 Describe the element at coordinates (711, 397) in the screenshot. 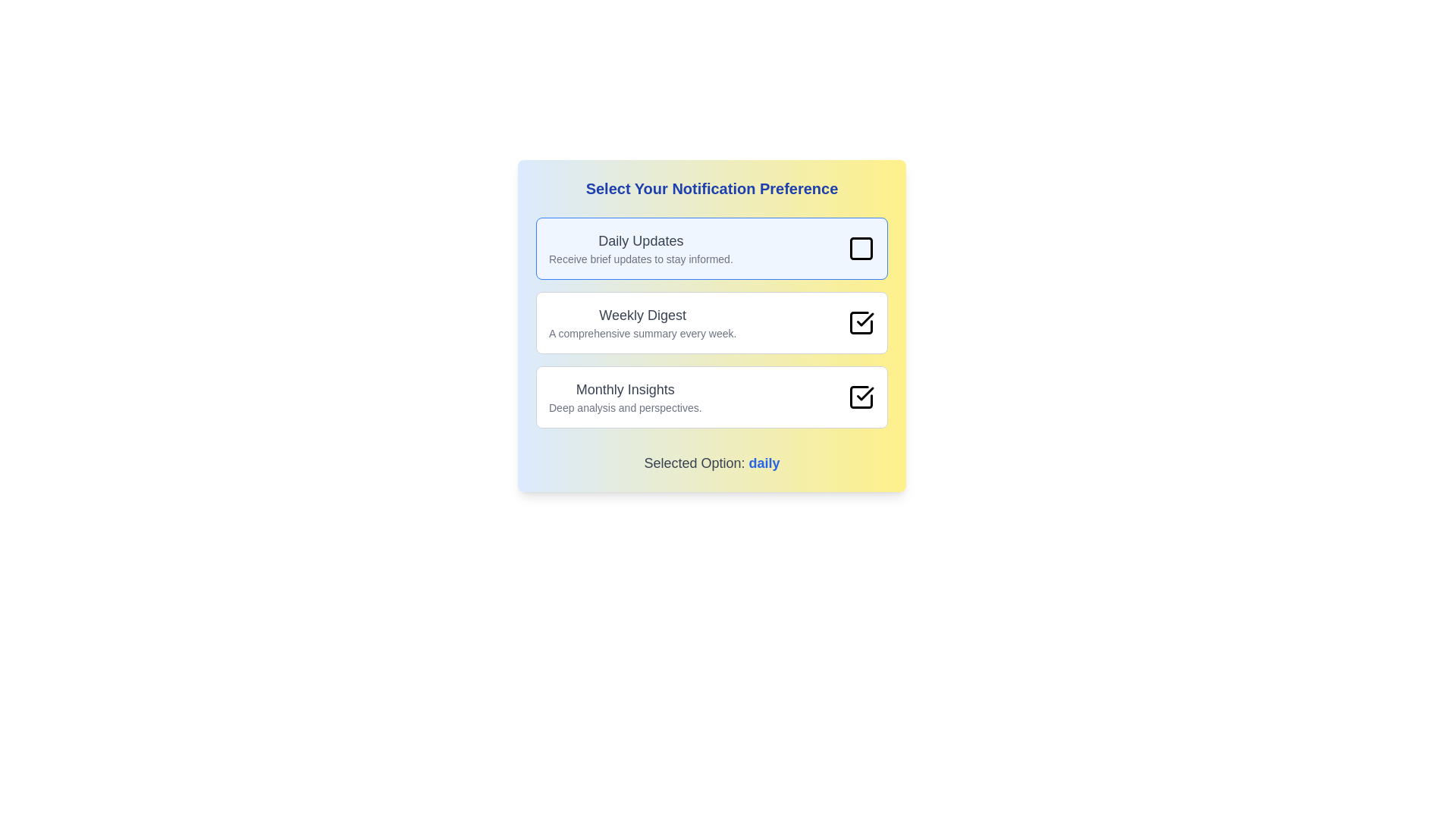

I see `the 'Monthly Insights' selectable option panel, which is the third option in the list` at that location.